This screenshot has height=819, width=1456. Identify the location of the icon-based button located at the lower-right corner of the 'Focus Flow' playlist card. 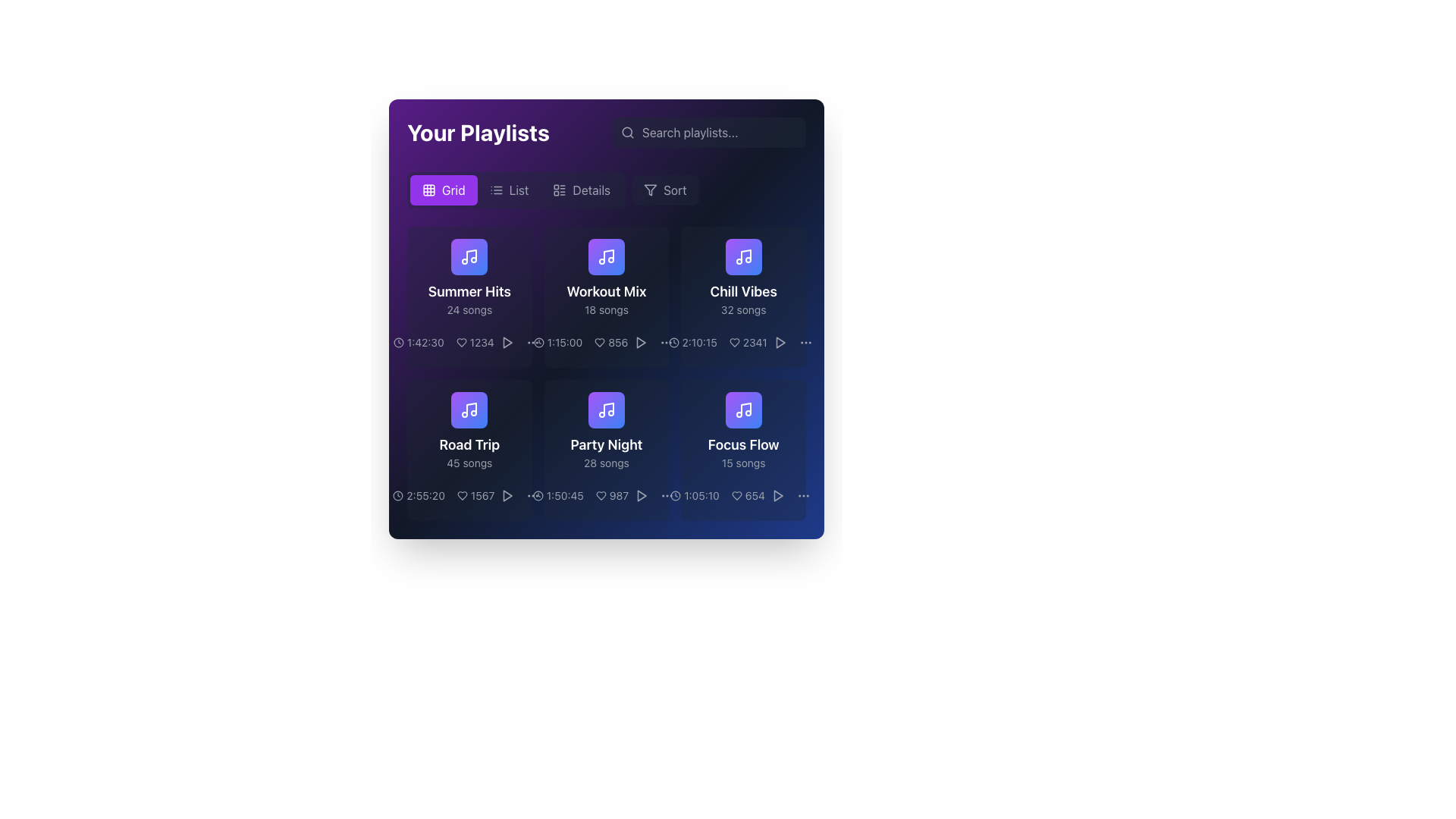
(778, 496).